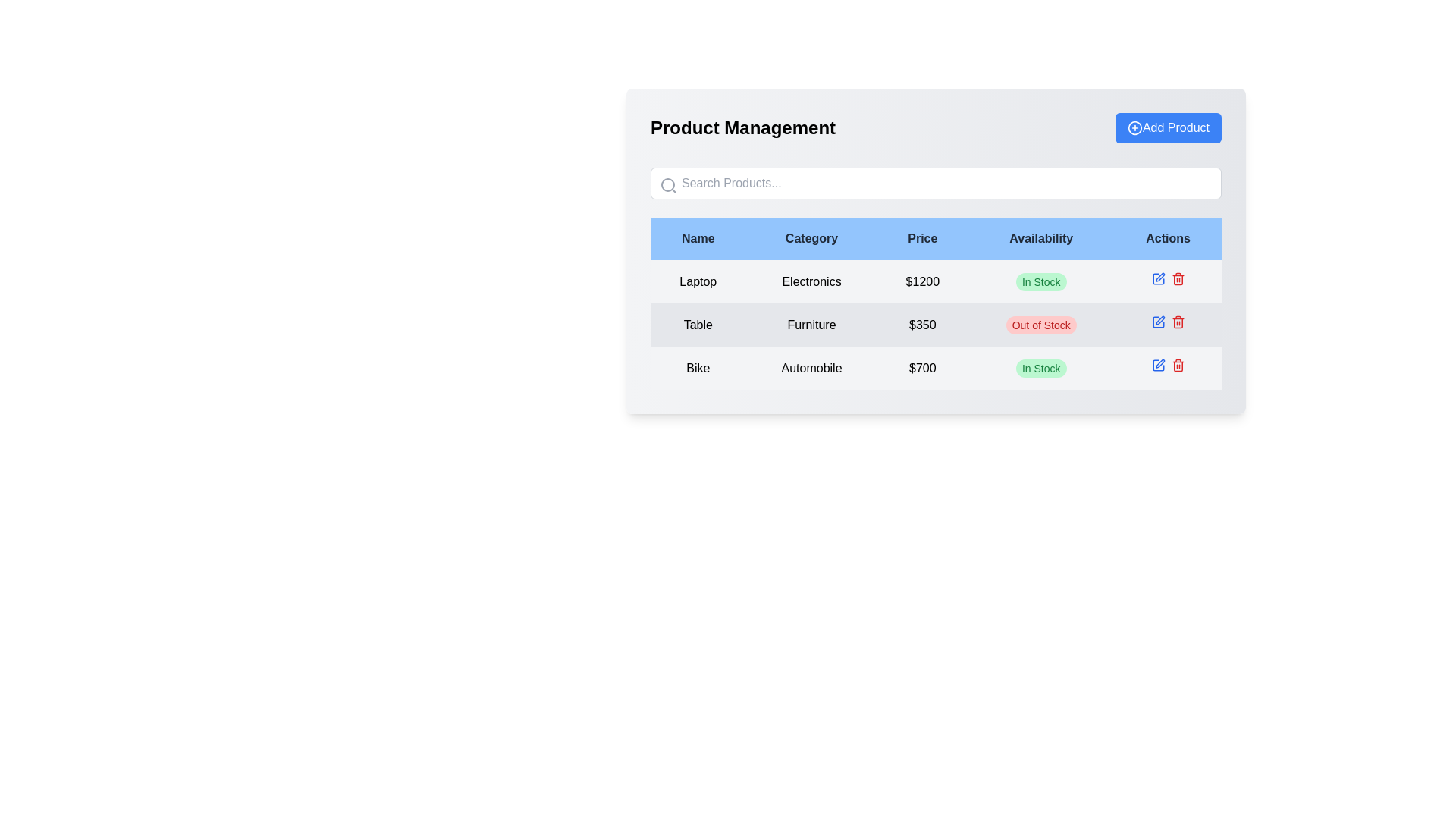 This screenshot has width=1456, height=819. I want to click on the 'In Stock' display badge, which is a small, rounded badge with a light green background and dark green text, located in the 'Availability' column of the table for the 'Bike' product entry, so click(1040, 368).